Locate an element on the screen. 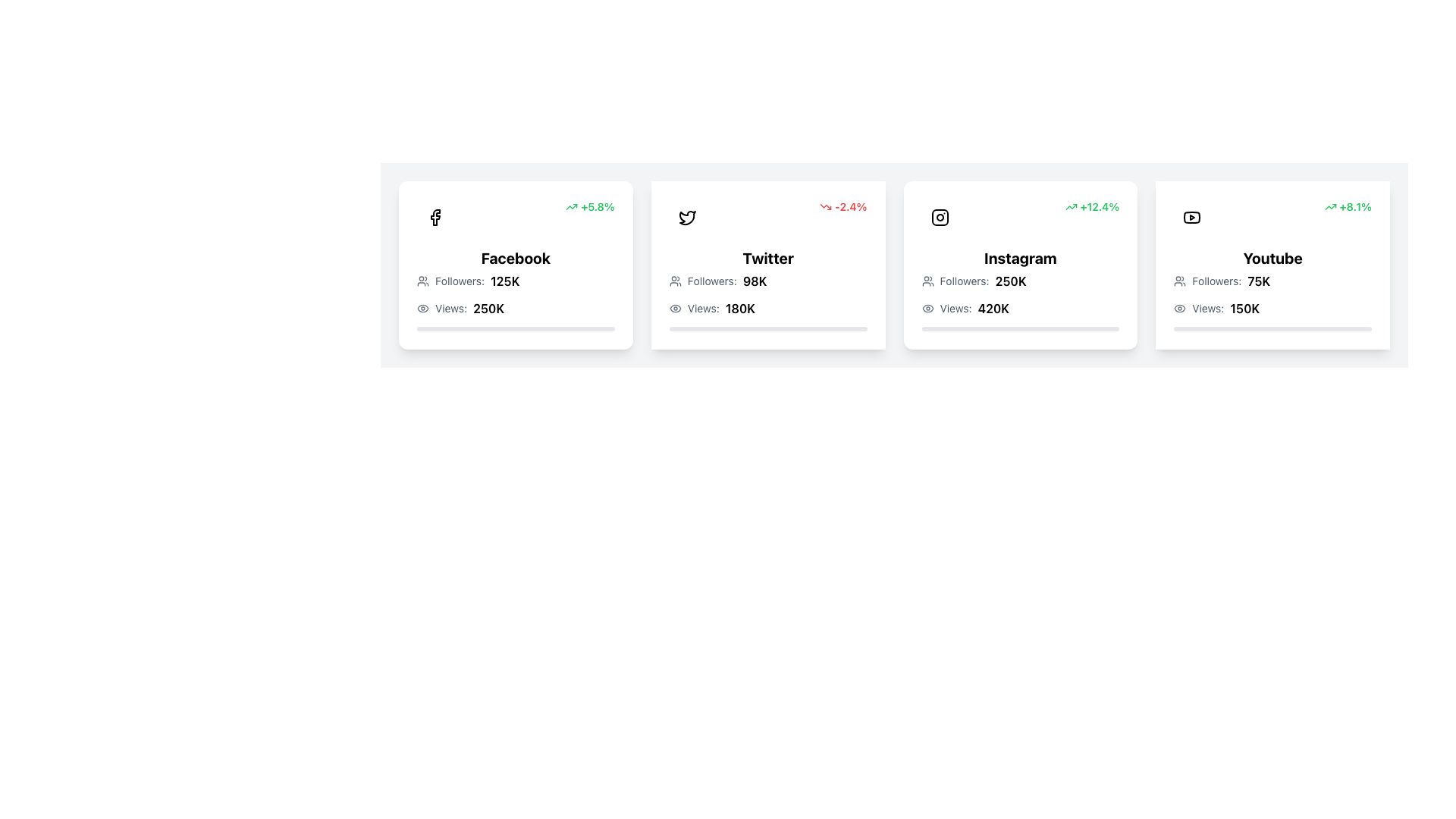 Image resolution: width=1456 pixels, height=819 pixels. the Twitter icon located in the header section of the second card from the left, which represents the Twitter social platform is located at coordinates (686, 218).